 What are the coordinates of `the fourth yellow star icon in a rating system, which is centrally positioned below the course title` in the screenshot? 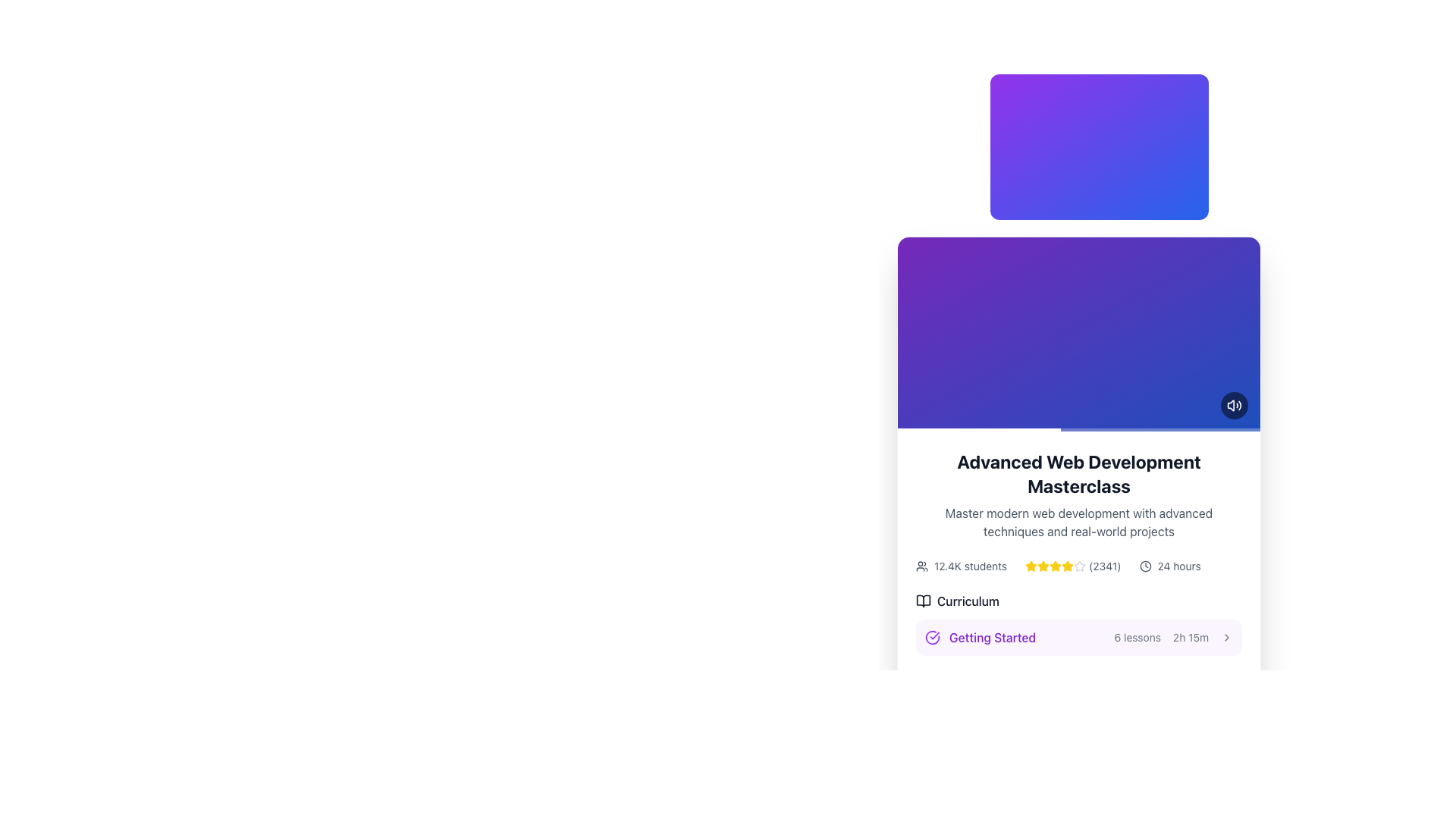 It's located at (1055, 566).